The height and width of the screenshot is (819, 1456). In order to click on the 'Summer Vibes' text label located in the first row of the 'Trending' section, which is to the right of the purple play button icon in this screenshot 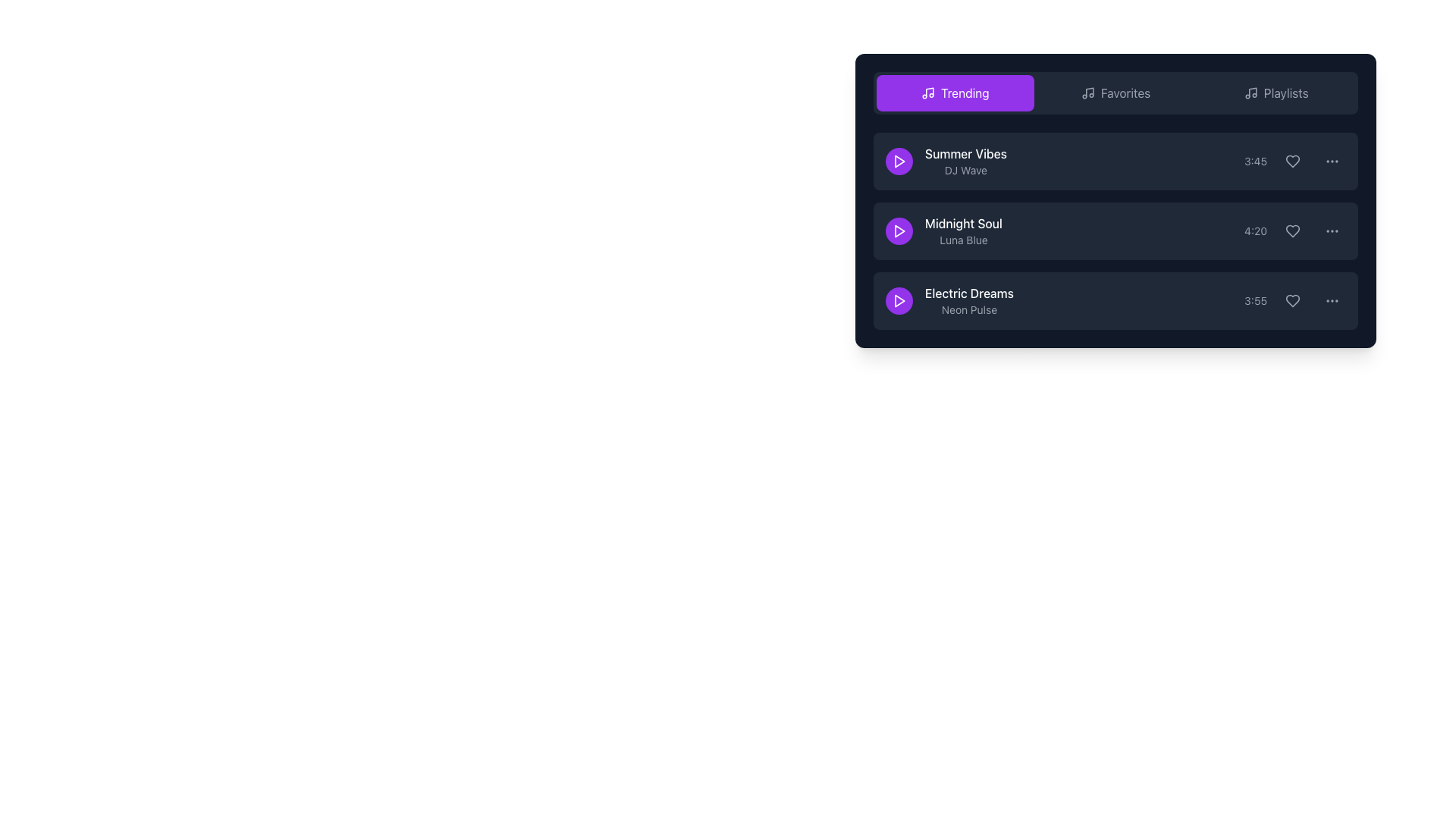, I will do `click(965, 154)`.